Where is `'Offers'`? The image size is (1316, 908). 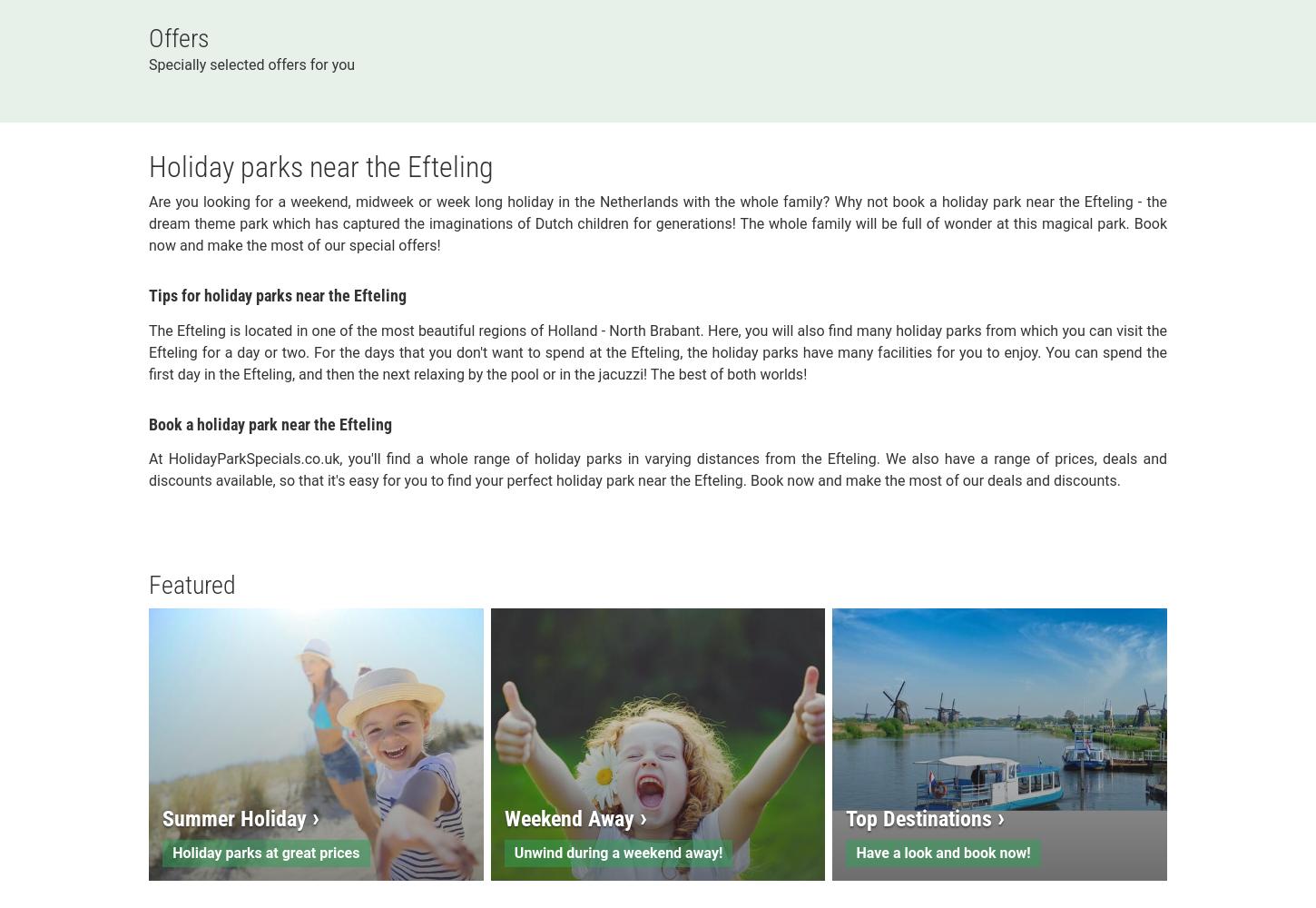
'Offers' is located at coordinates (178, 38).